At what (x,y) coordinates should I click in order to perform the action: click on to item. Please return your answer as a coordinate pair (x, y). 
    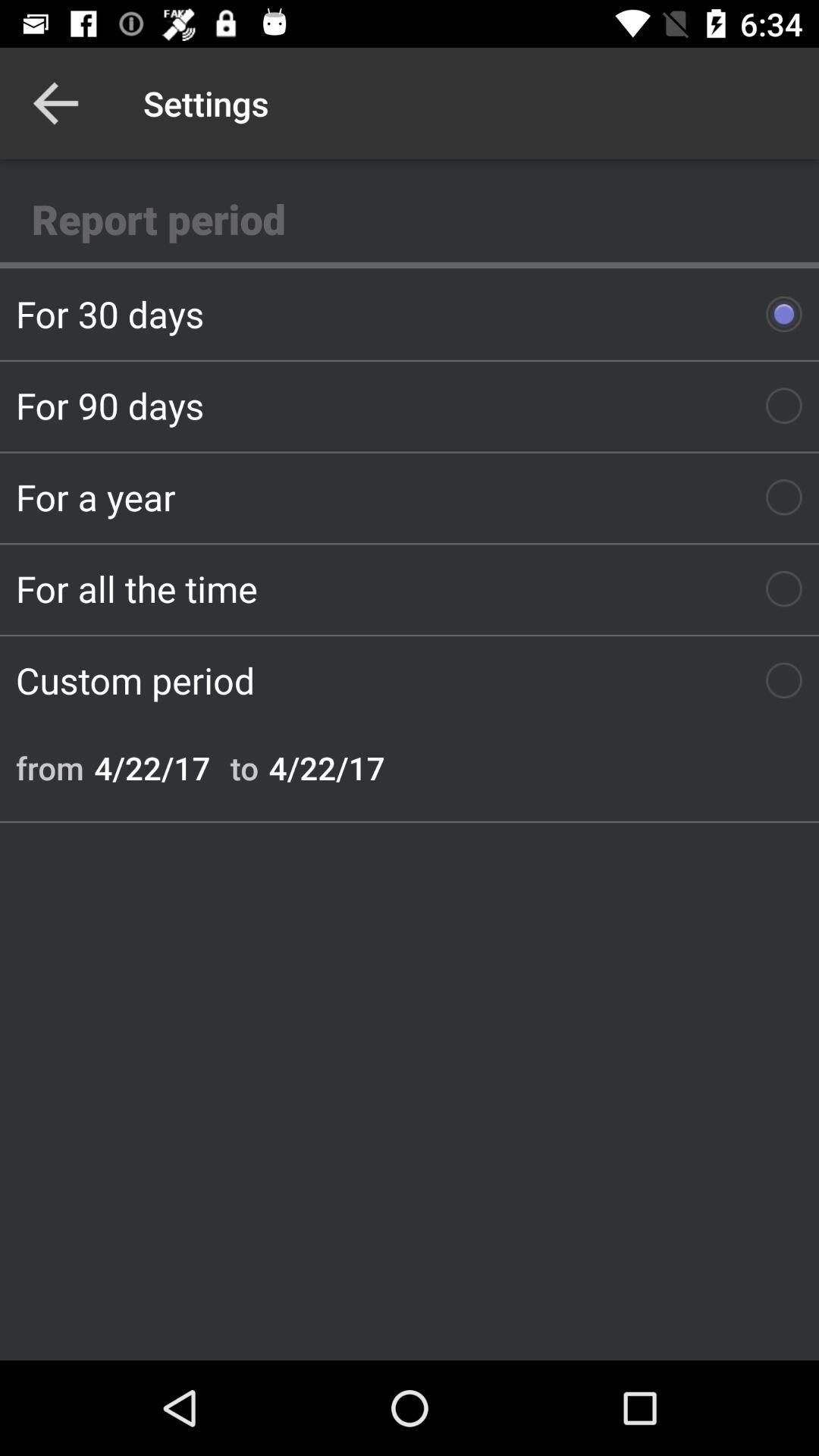
    Looking at the image, I should click on (243, 767).